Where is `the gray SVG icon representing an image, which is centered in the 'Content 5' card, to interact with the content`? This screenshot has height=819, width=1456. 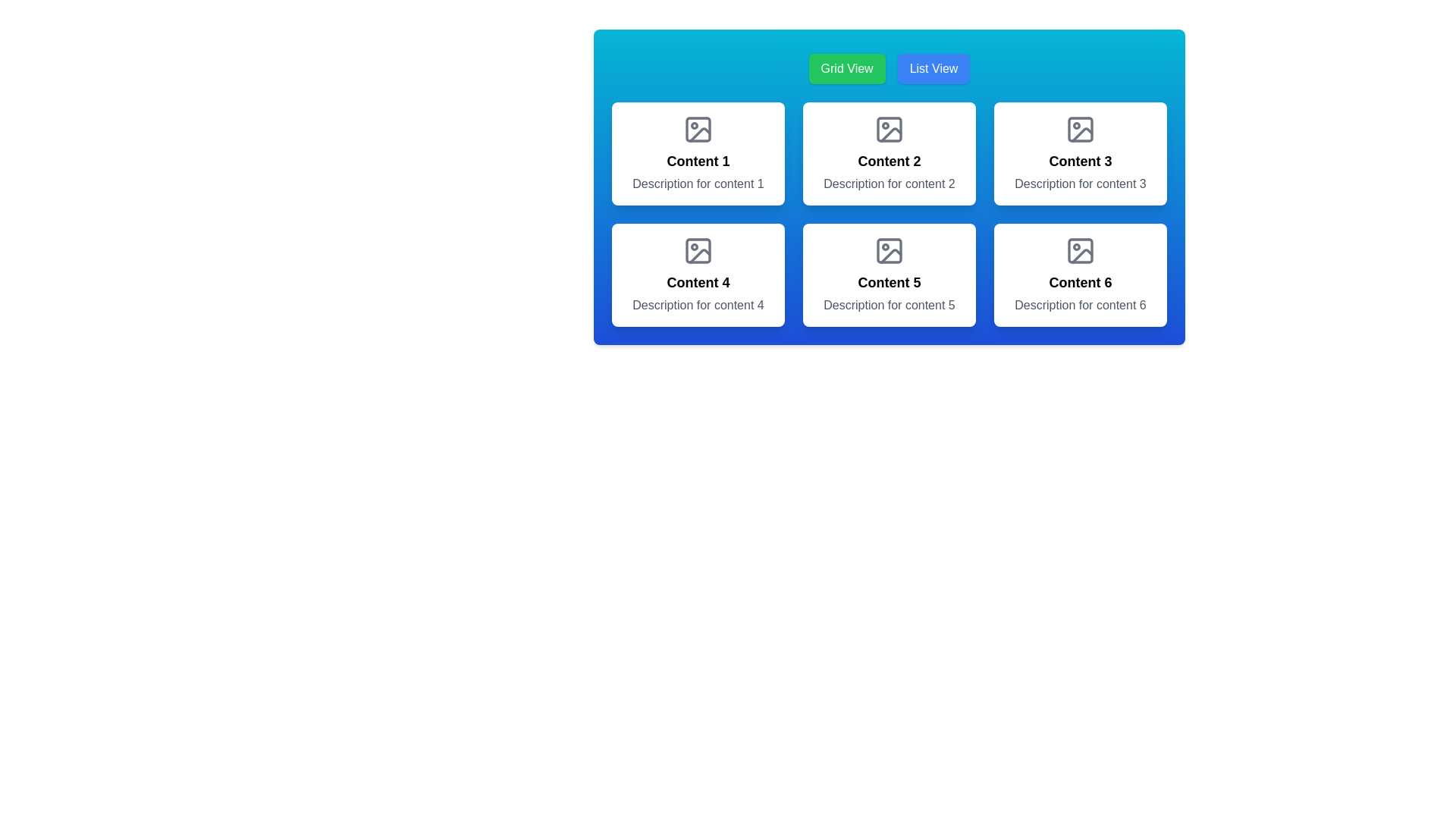 the gray SVG icon representing an image, which is centered in the 'Content 5' card, to interact with the content is located at coordinates (889, 250).